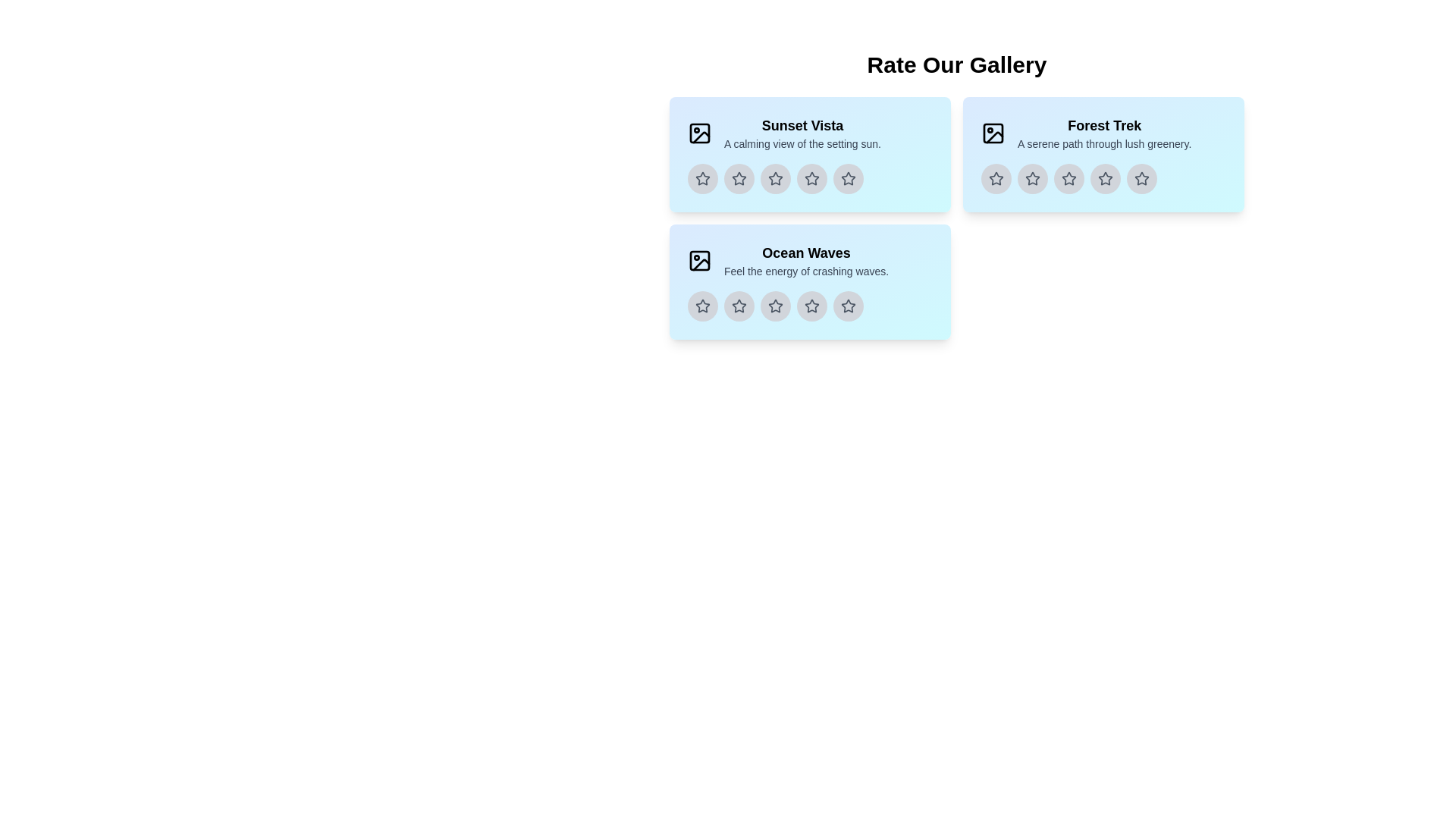 The width and height of the screenshot is (1456, 819). What do you see at coordinates (809, 259) in the screenshot?
I see `the Information block containing the icon and the text 'Ocean Waves'` at bounding box center [809, 259].